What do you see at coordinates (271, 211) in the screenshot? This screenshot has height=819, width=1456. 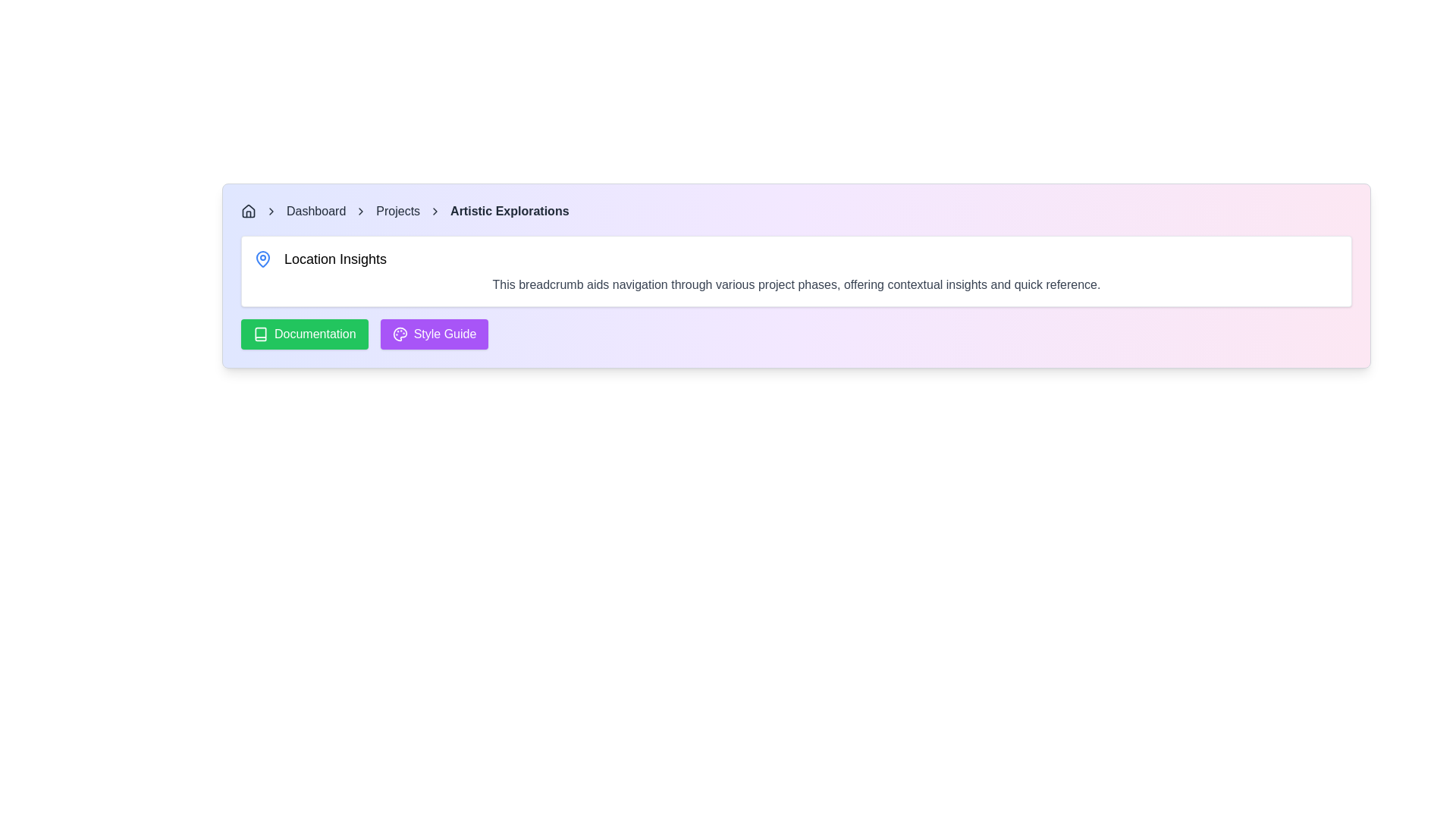 I see `the Chevron Right icon, which is a small right-arrow icon within a circle, located in the breadcrumb navigation system, positioned directly after the home icon and before the 'Dashboard' text` at bounding box center [271, 211].